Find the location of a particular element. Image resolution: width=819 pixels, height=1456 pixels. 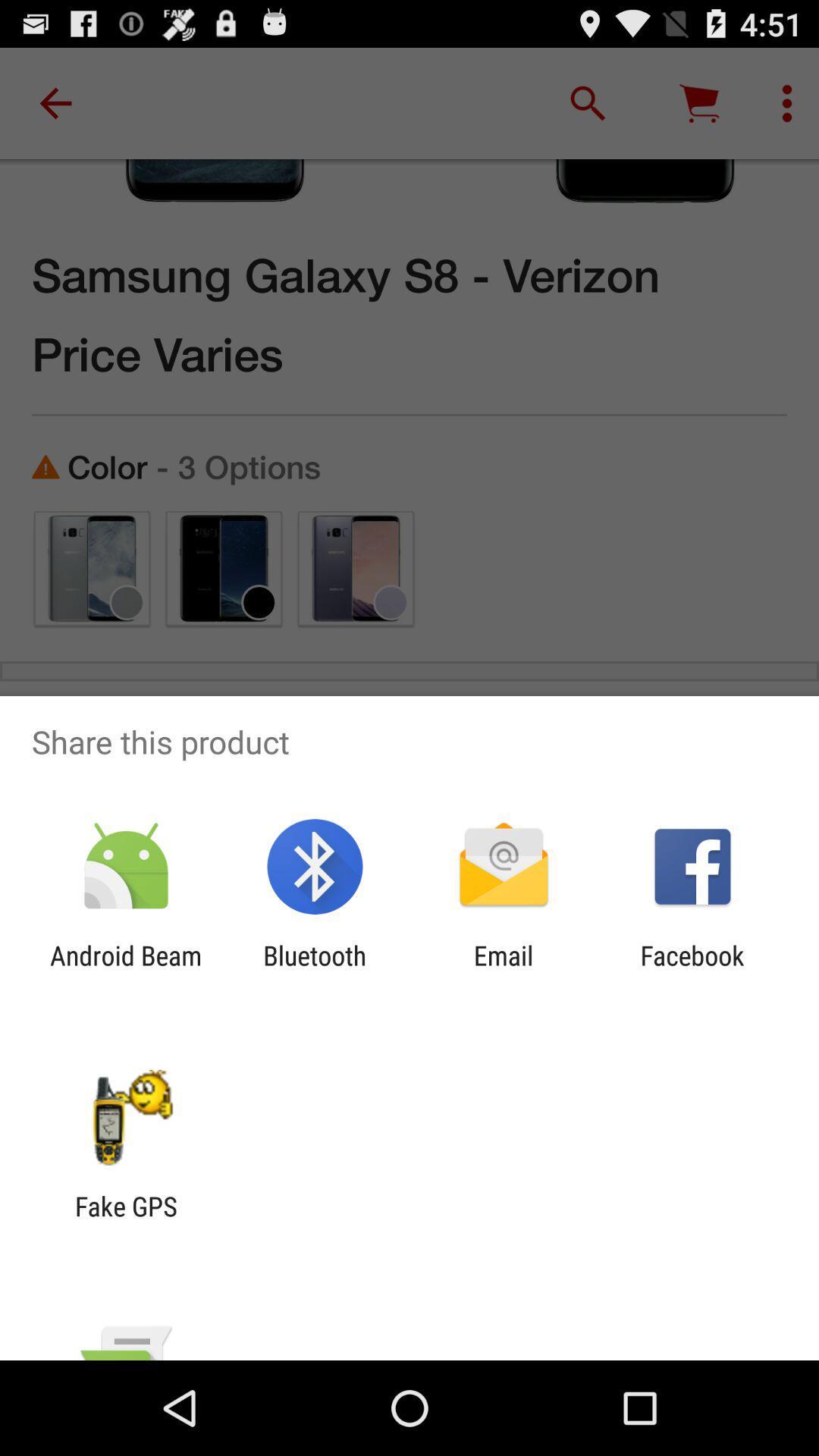

the icon next to bluetooth item is located at coordinates (504, 971).